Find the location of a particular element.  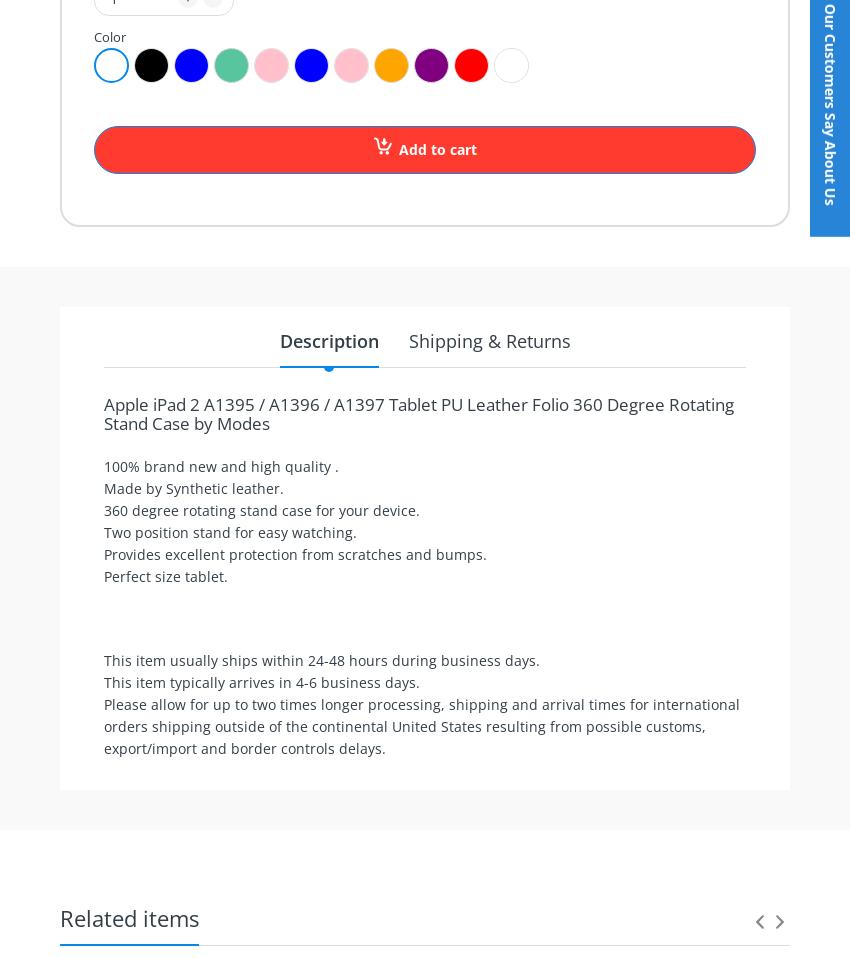

'Provides excellent protection from scratches and bumps.' is located at coordinates (293, 553).